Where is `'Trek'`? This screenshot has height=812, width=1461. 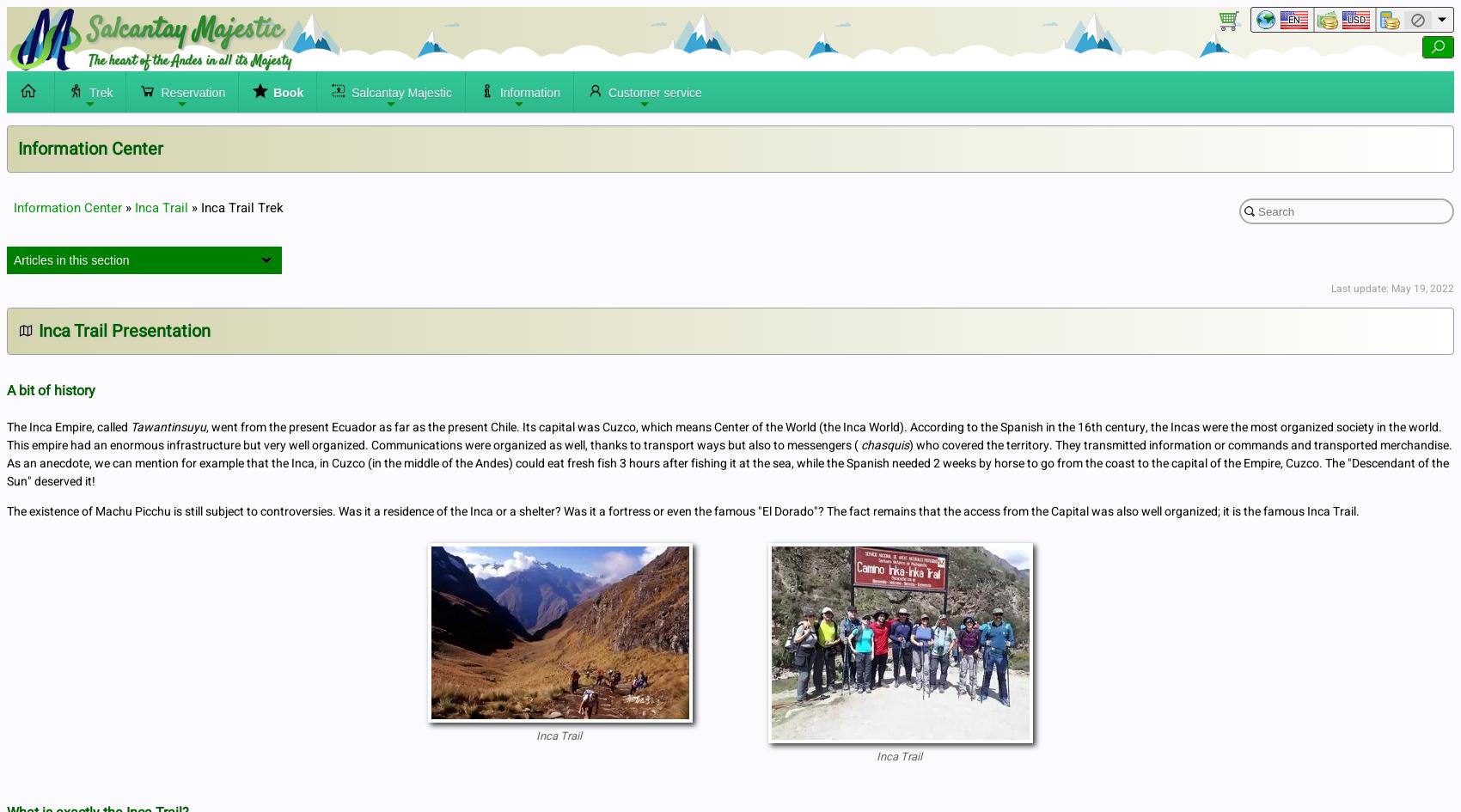
'Trek' is located at coordinates (100, 92).